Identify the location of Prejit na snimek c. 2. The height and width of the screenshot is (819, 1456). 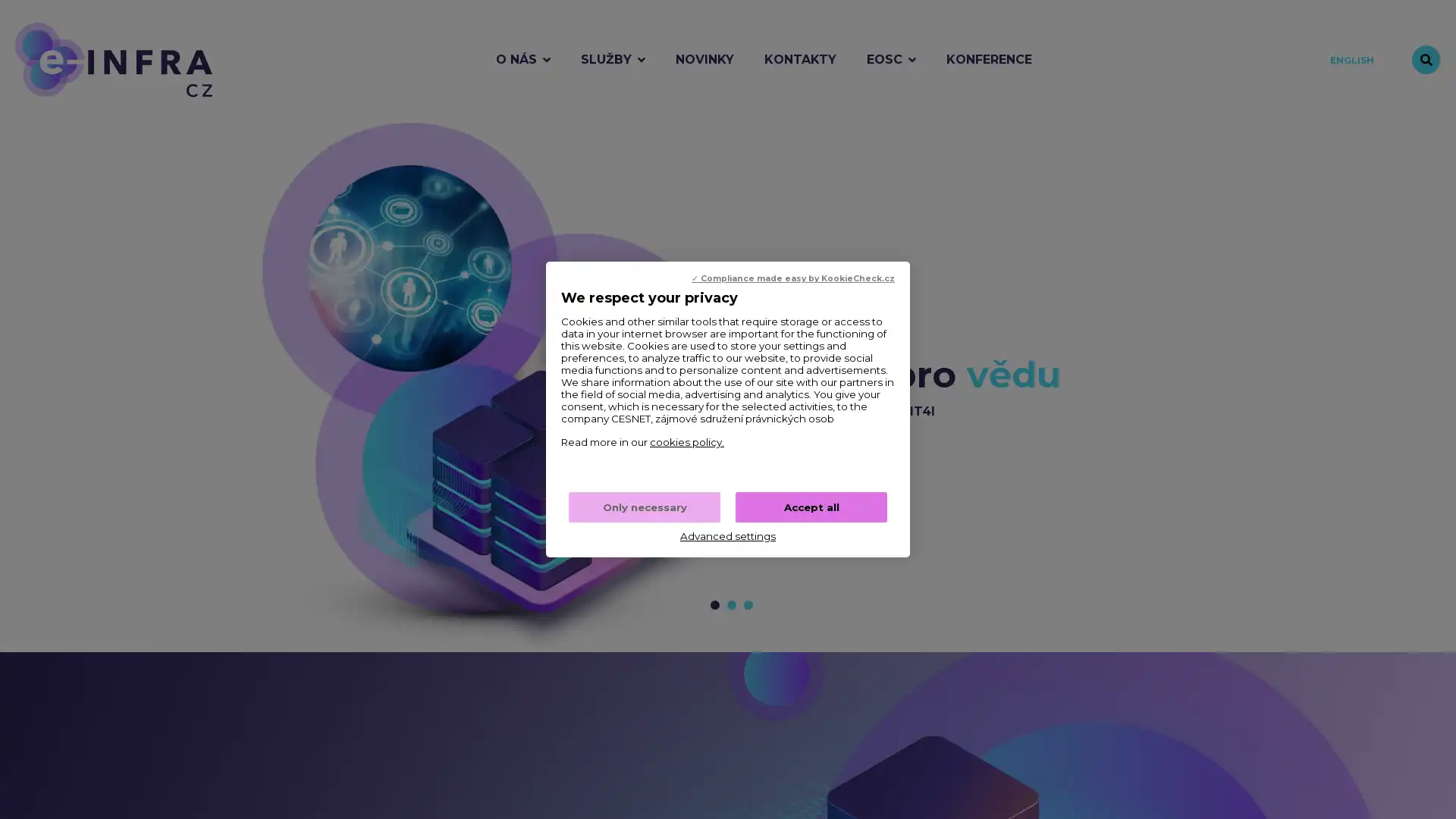
(731, 604).